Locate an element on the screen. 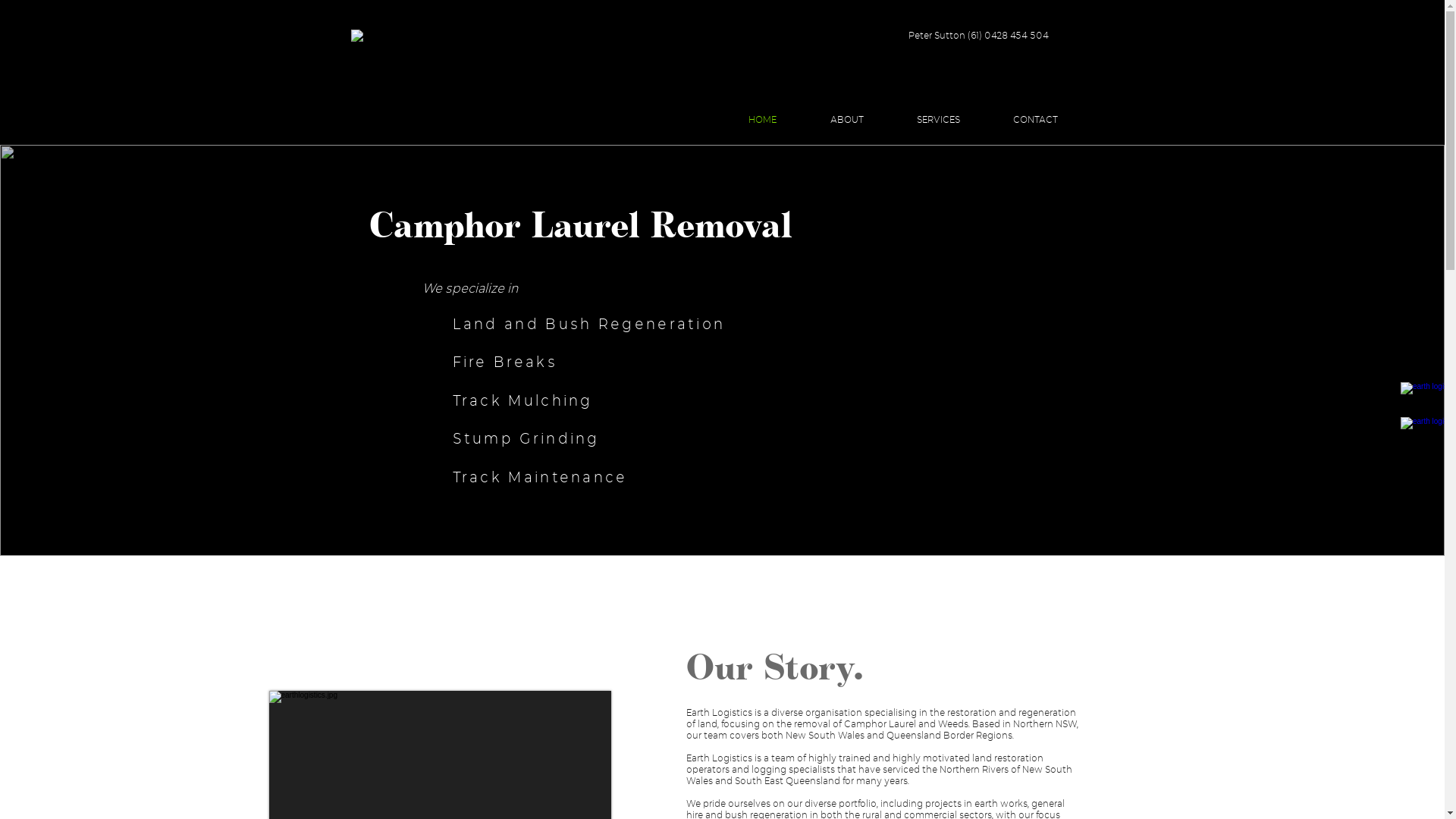  'HOME' is located at coordinates (763, 119).